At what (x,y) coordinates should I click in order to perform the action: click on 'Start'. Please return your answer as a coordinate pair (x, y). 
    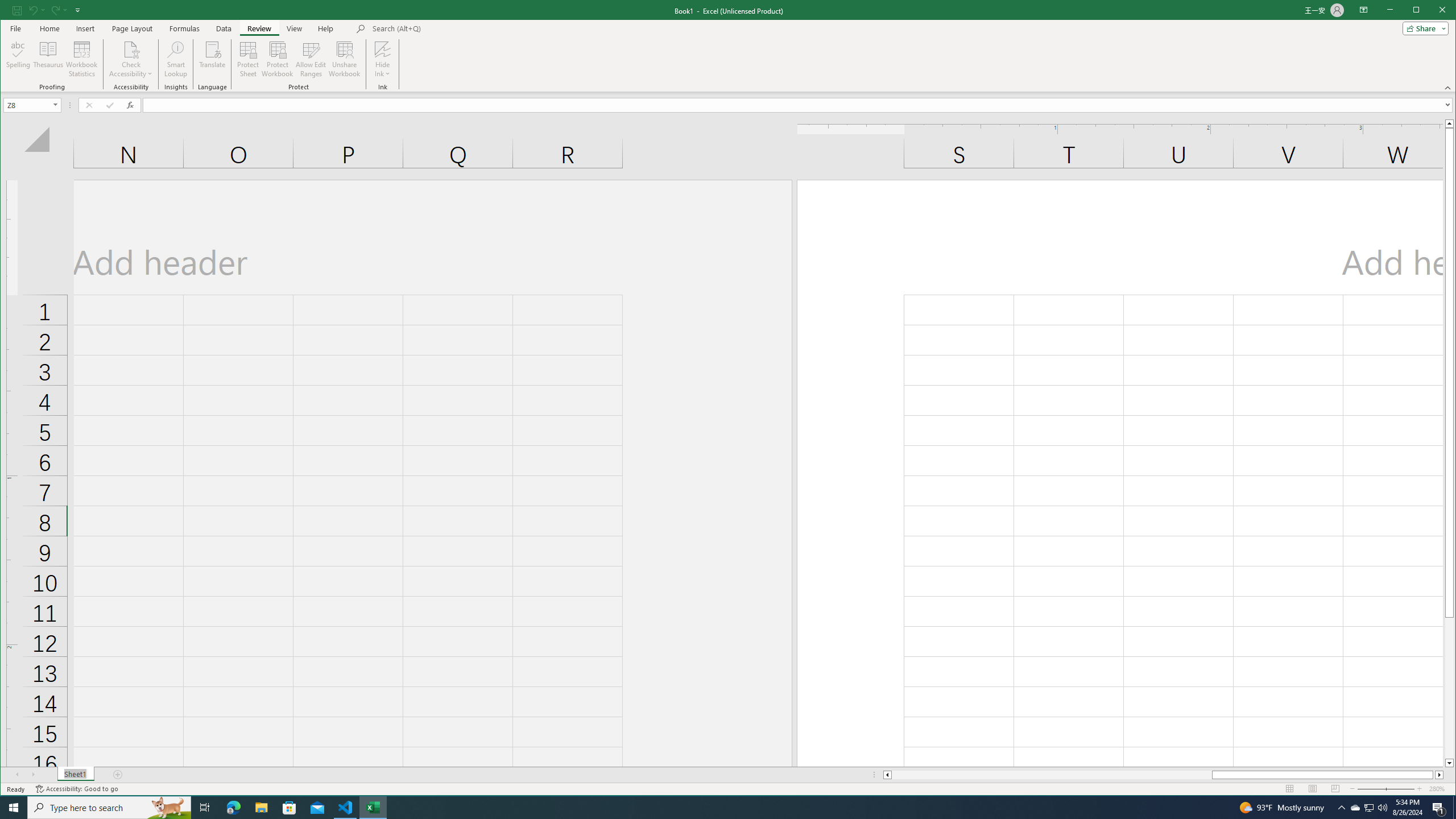
    Looking at the image, I should click on (14, 806).